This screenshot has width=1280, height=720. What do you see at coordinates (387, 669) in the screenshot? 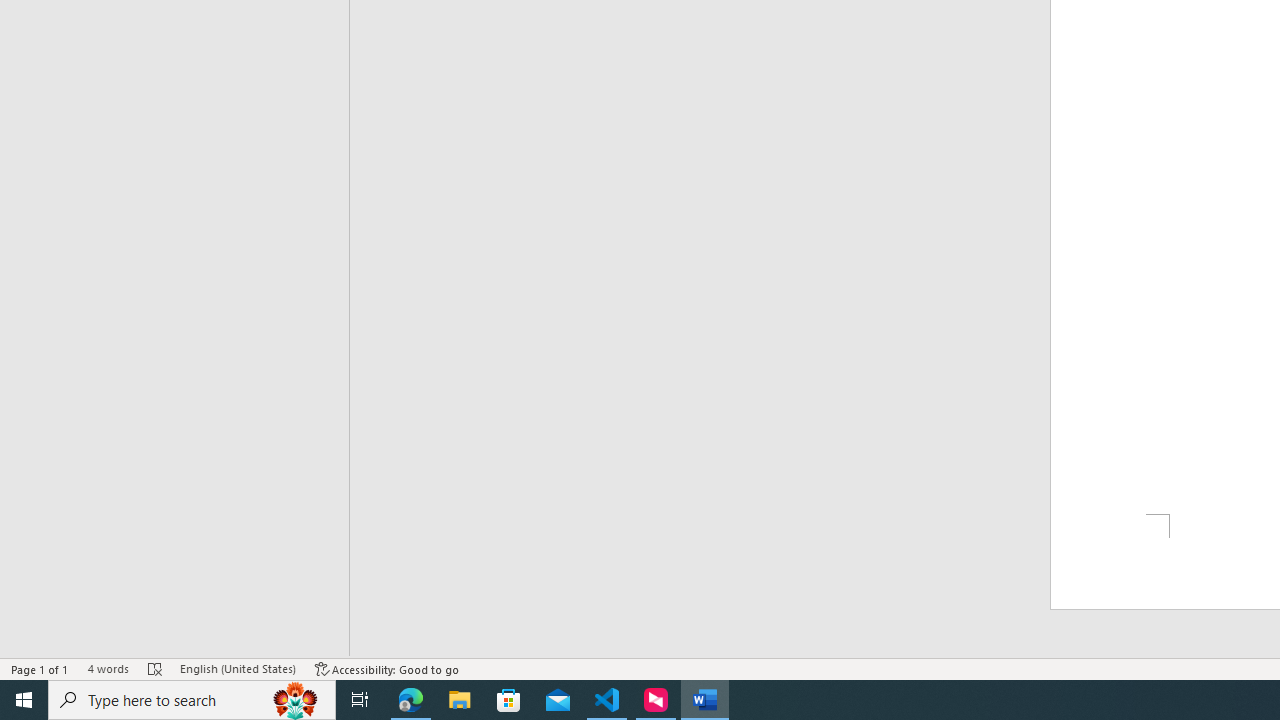
I see `'Accessibility Checker Accessibility: Good to go'` at bounding box center [387, 669].